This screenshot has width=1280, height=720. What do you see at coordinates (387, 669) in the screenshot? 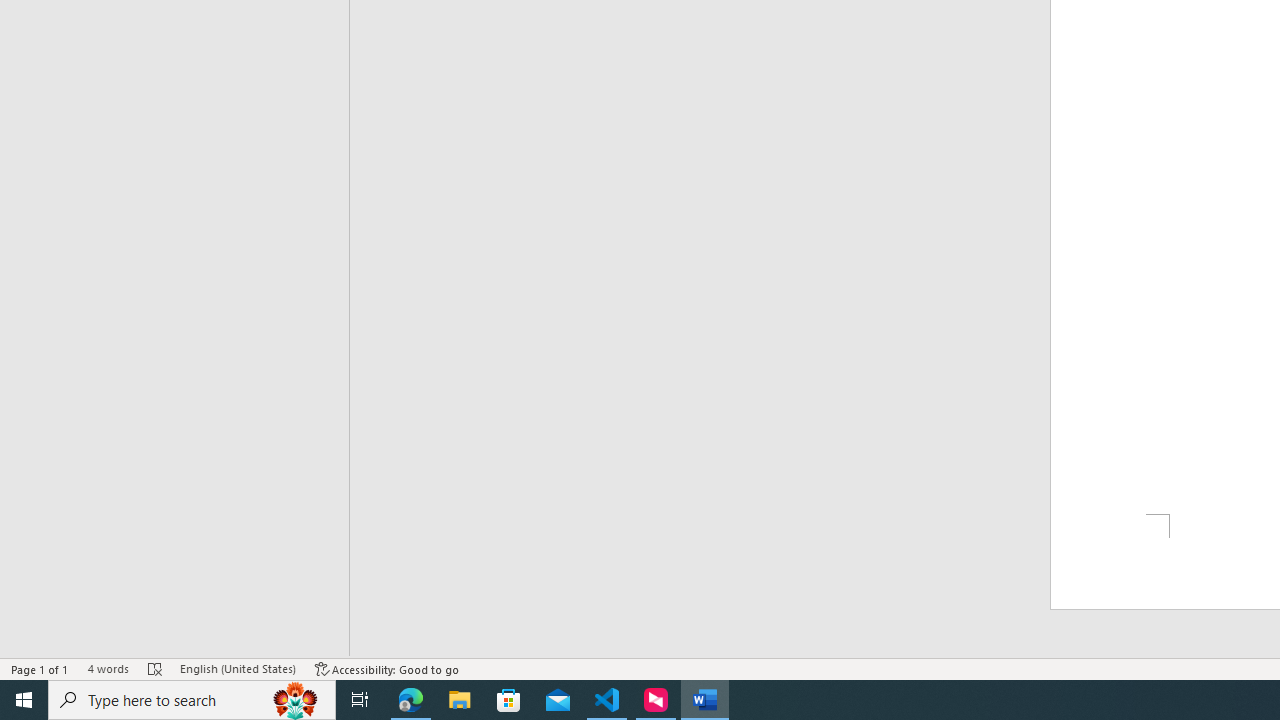
I see `'Accessibility Checker Accessibility: Good to go'` at bounding box center [387, 669].